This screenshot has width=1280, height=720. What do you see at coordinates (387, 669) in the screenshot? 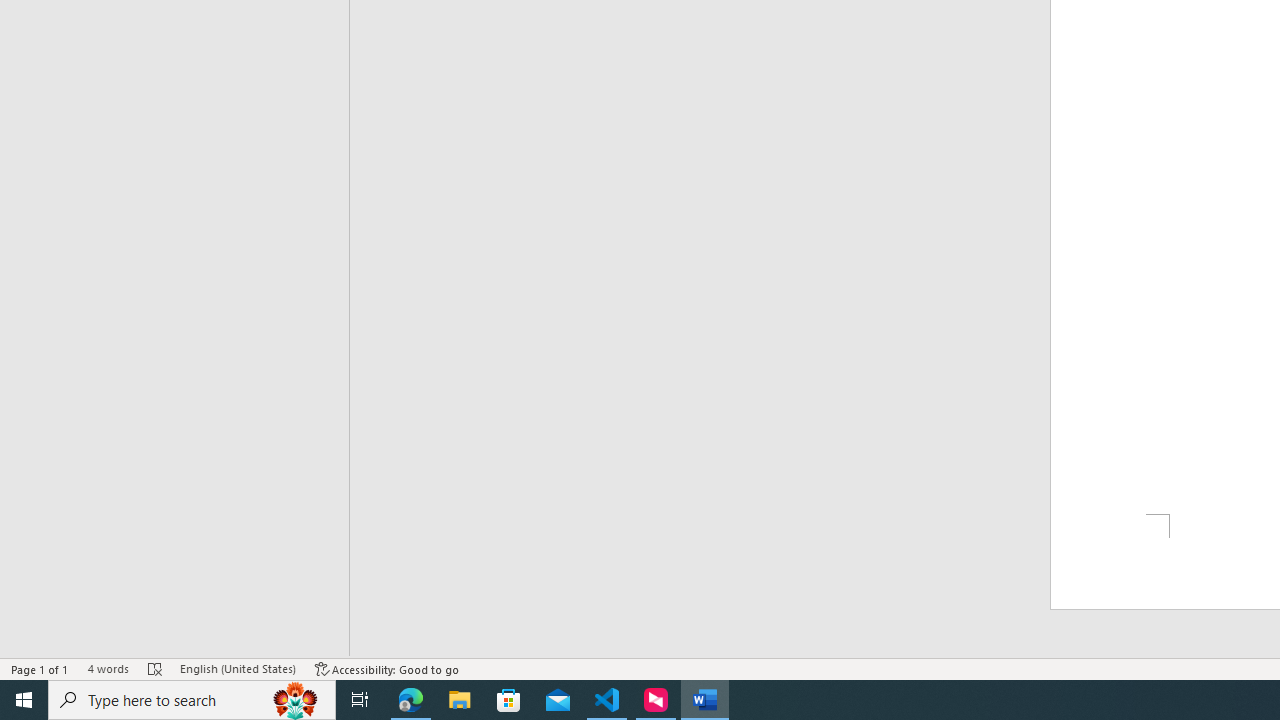
I see `'Accessibility Checker Accessibility: Good to go'` at bounding box center [387, 669].